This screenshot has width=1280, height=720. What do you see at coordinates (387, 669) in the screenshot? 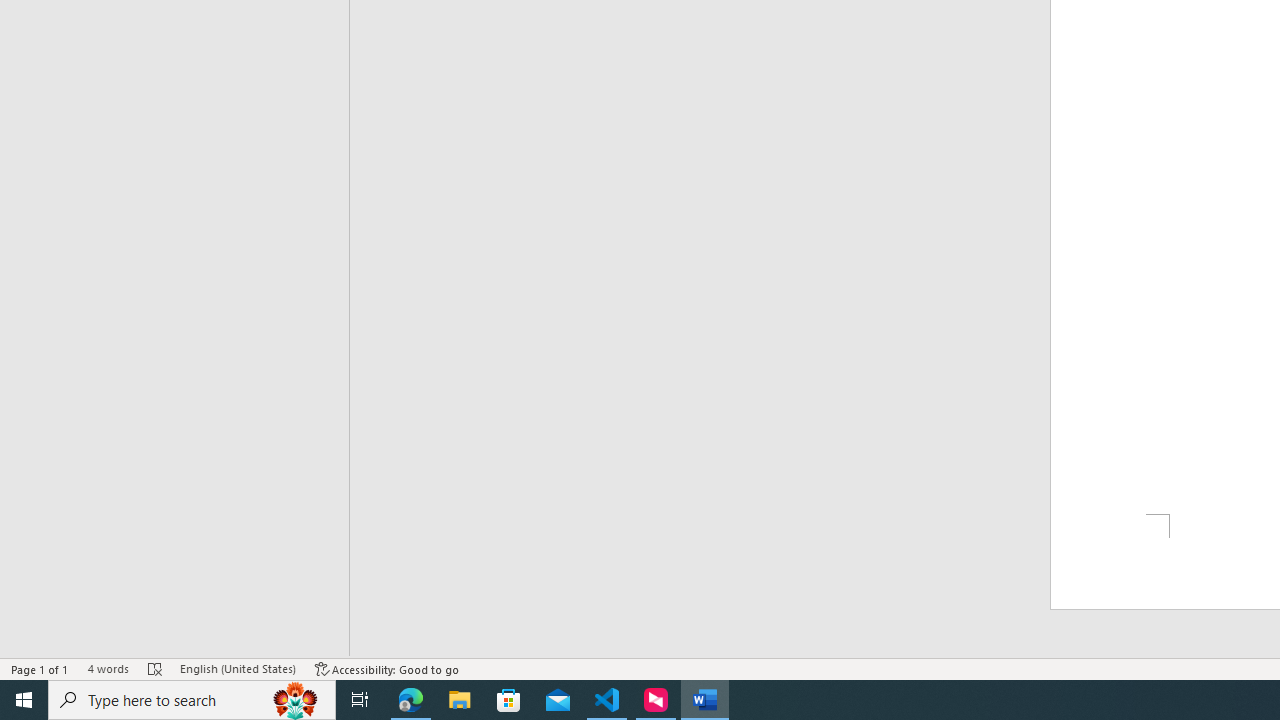
I see `'Accessibility Checker Accessibility: Good to go'` at bounding box center [387, 669].